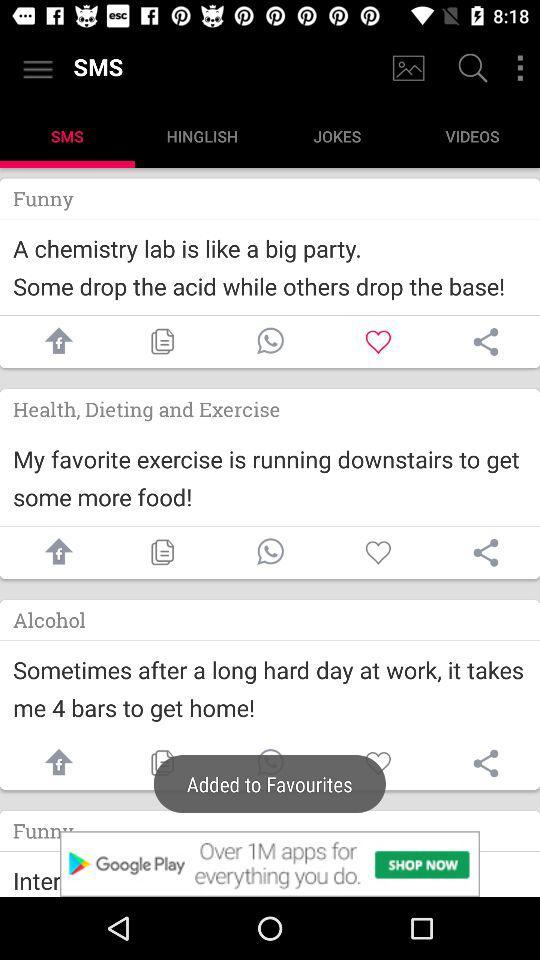 The width and height of the screenshot is (540, 960). I want to click on share on whatsapp, so click(270, 552).